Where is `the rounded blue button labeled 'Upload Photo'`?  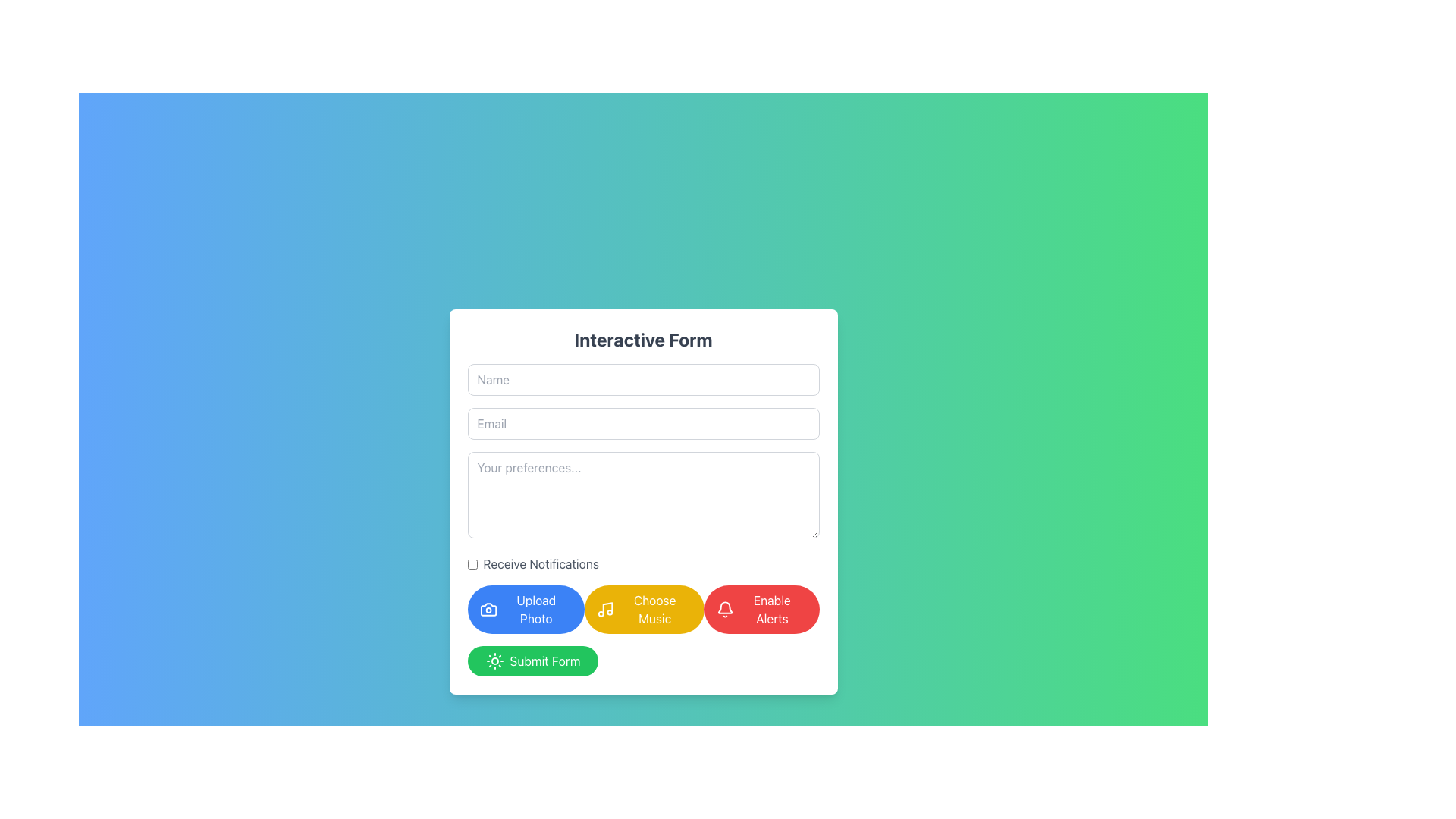 the rounded blue button labeled 'Upload Photo' is located at coordinates (526, 608).